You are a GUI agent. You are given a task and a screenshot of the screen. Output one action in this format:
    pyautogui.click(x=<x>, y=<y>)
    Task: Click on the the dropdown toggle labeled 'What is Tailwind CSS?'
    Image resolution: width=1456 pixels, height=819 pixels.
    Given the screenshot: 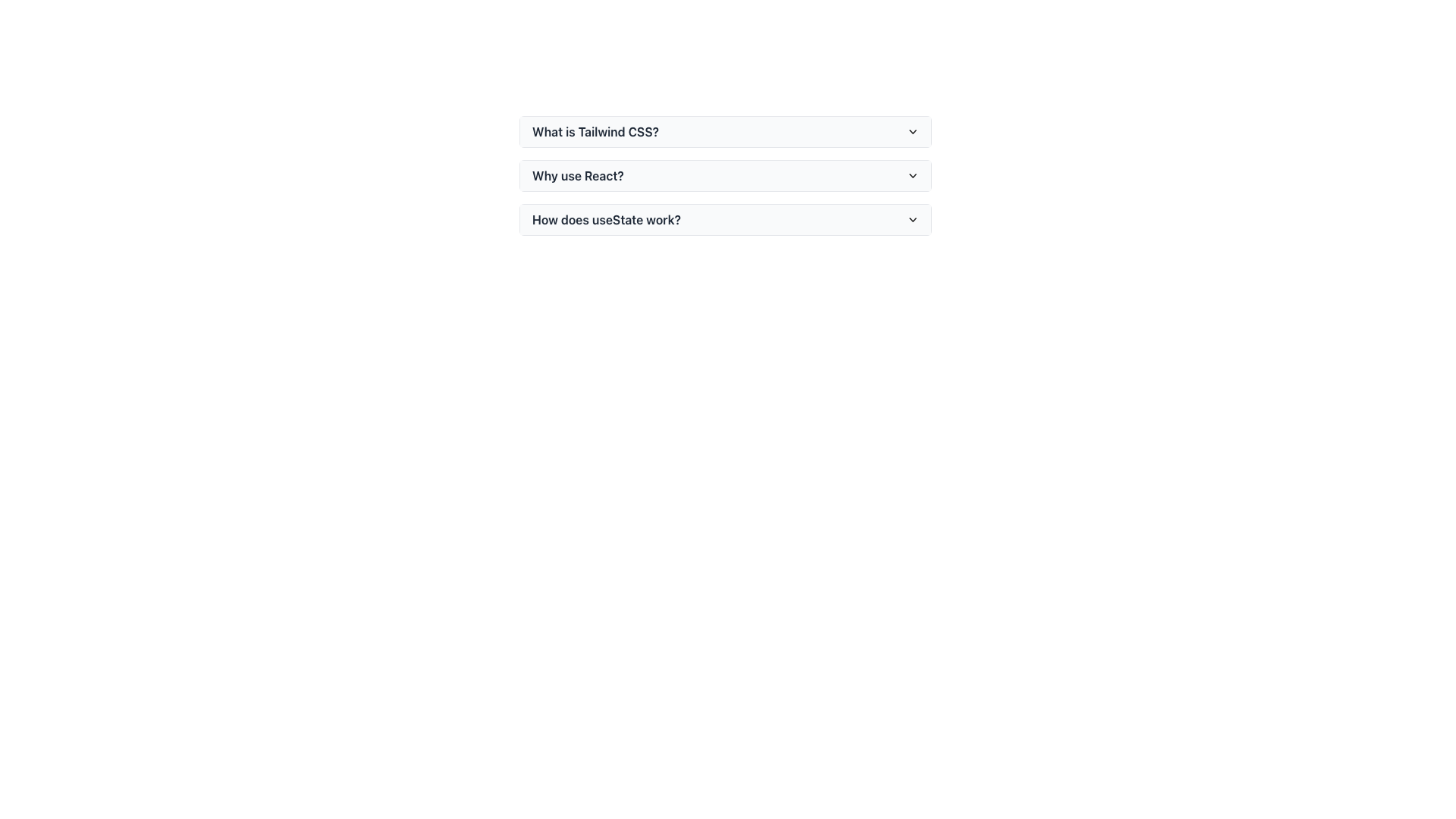 What is the action you would take?
    pyautogui.click(x=724, y=130)
    